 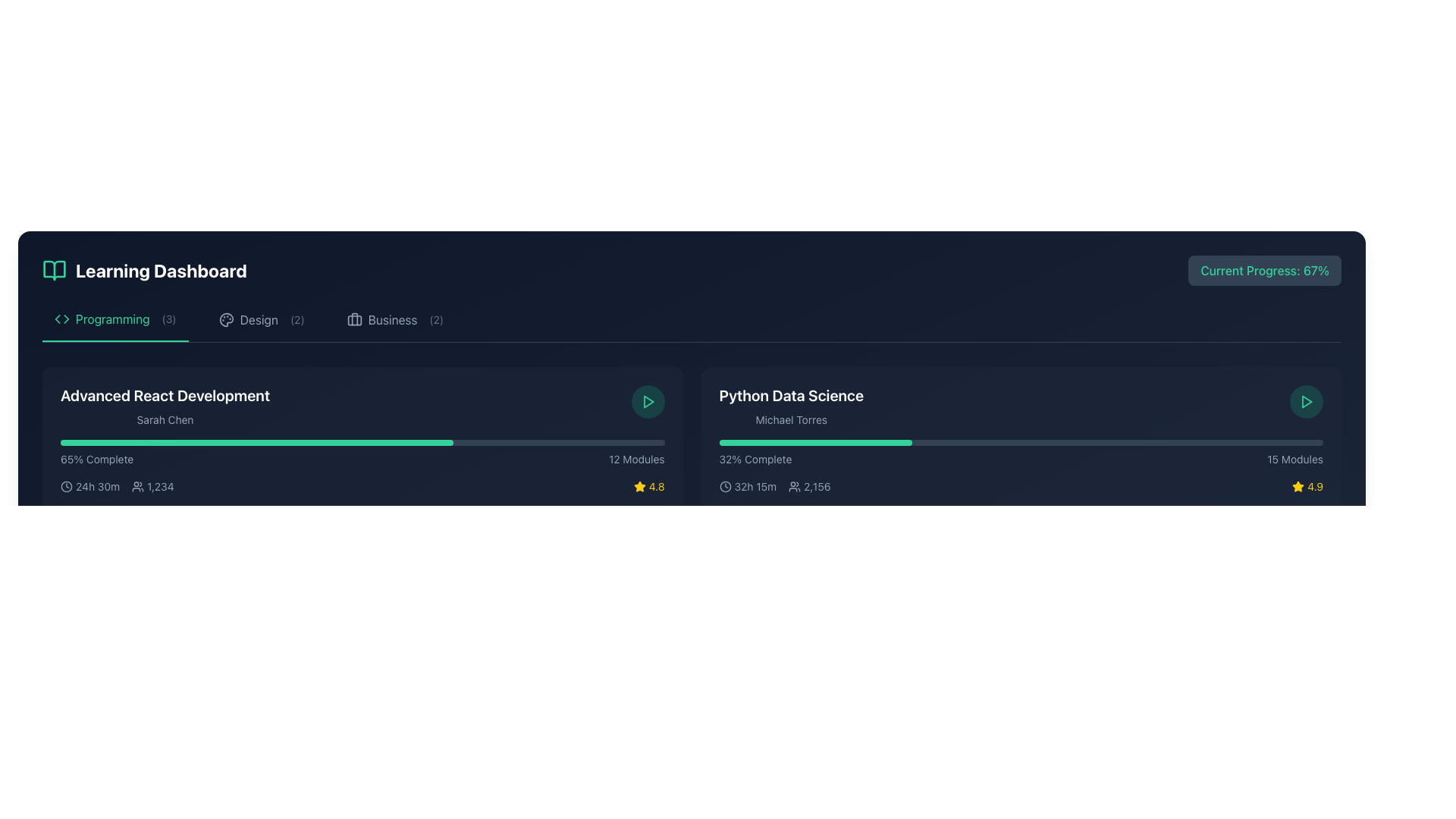 What do you see at coordinates (353, 319) in the screenshot?
I see `the Decorative SVG element that visually represents storage or carrying functionality in the red briefcase icon of the 'Business' category in the horizontal menu` at bounding box center [353, 319].